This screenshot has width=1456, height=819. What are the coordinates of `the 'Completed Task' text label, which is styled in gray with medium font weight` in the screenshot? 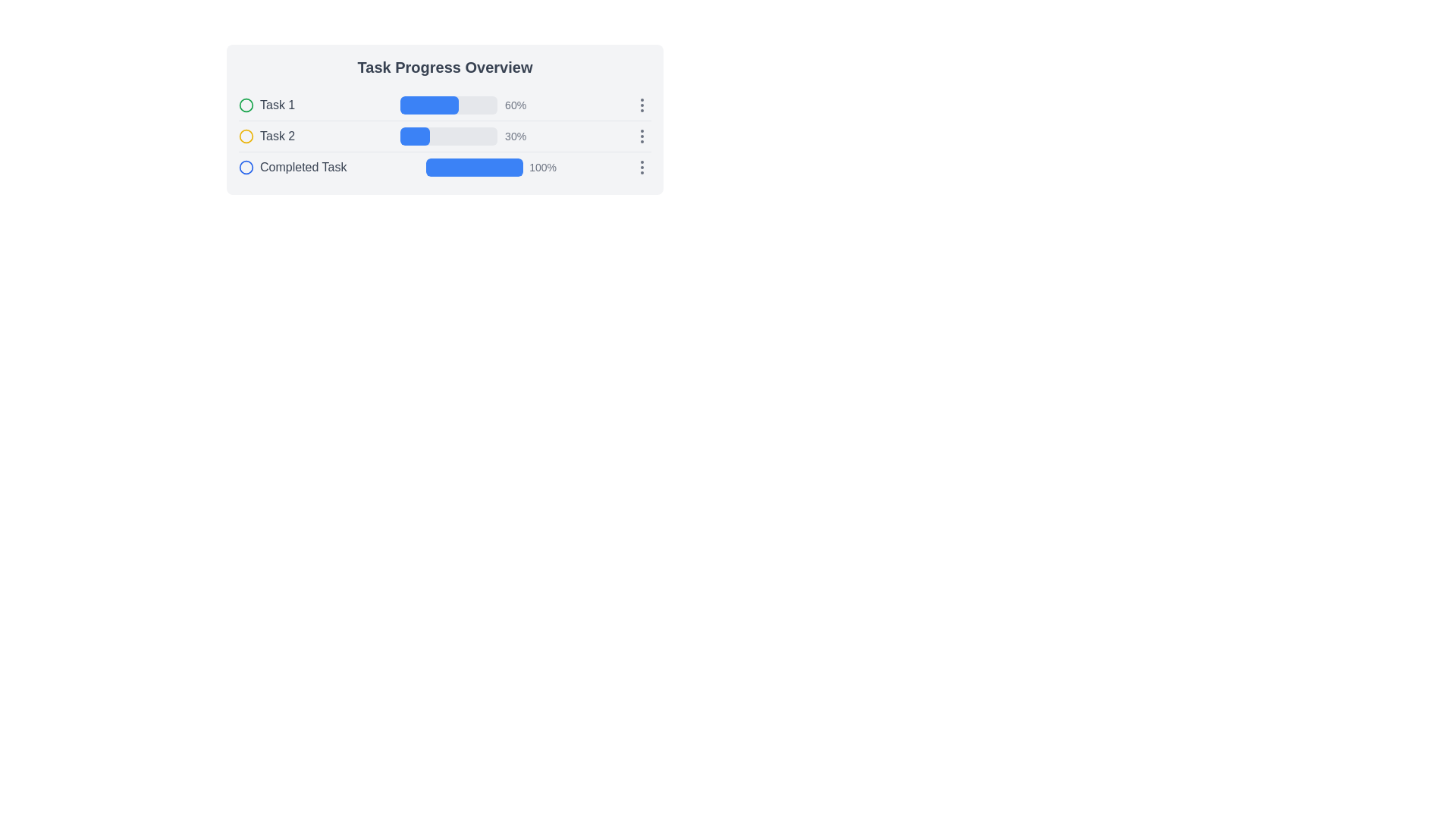 It's located at (303, 167).